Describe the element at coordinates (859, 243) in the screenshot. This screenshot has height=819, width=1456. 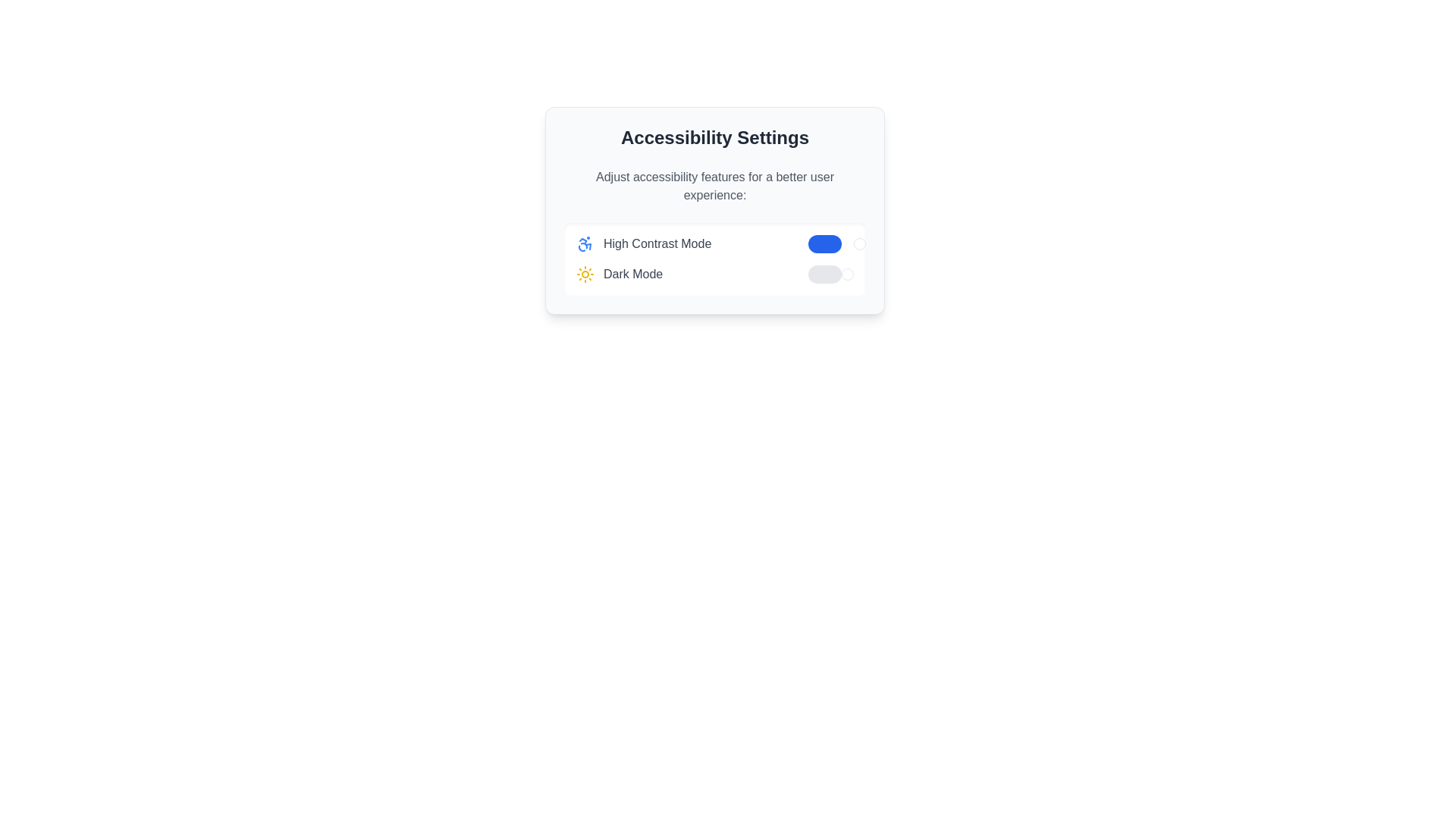
I see `the toggle switch indicator for 'High Contrast Mode'` at that location.